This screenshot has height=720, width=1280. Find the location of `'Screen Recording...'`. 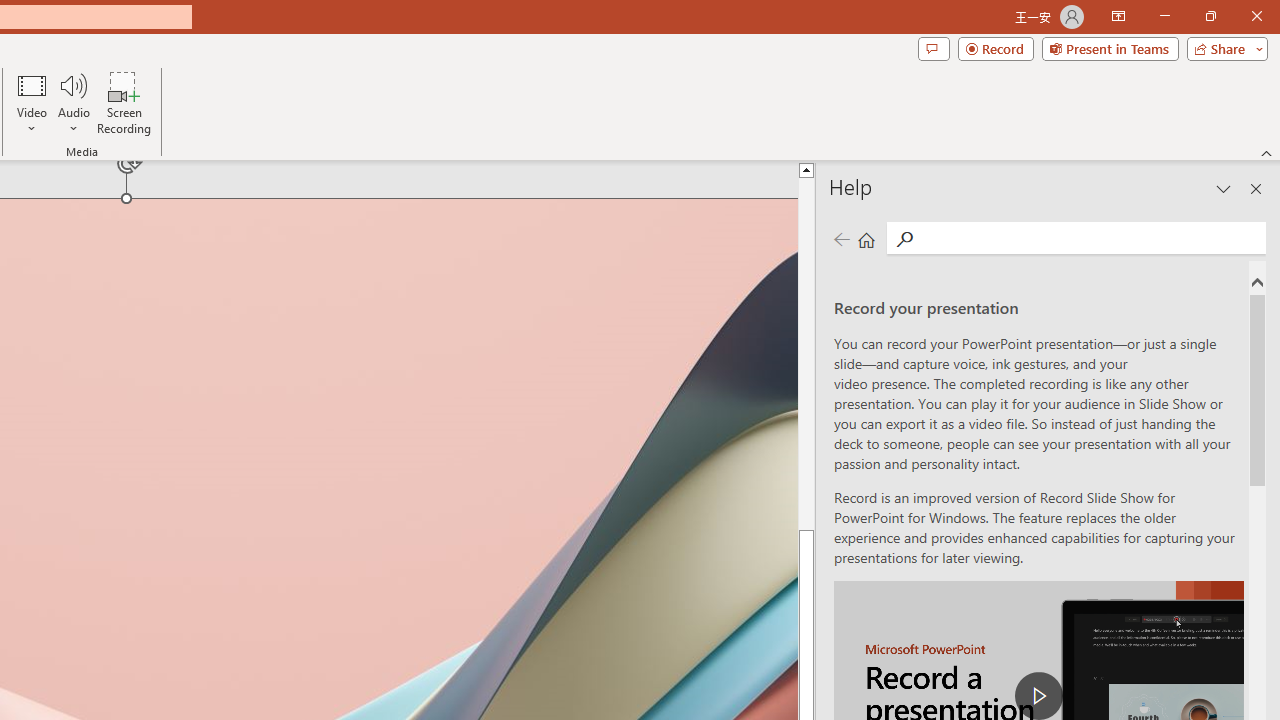

'Screen Recording...' is located at coordinates (123, 103).